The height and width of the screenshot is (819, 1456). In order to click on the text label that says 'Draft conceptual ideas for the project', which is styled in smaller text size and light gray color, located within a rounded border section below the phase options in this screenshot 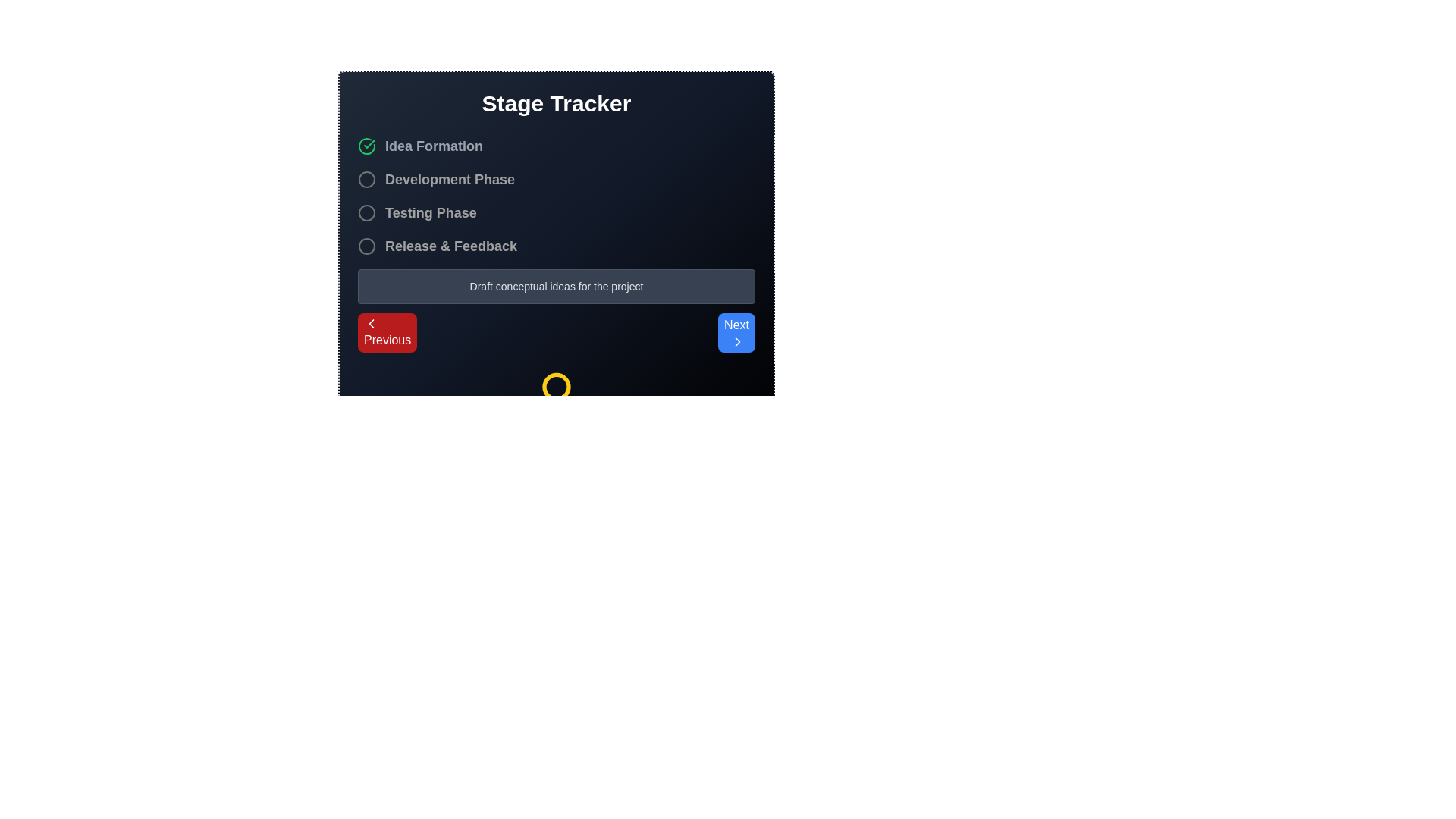, I will do `click(556, 287)`.